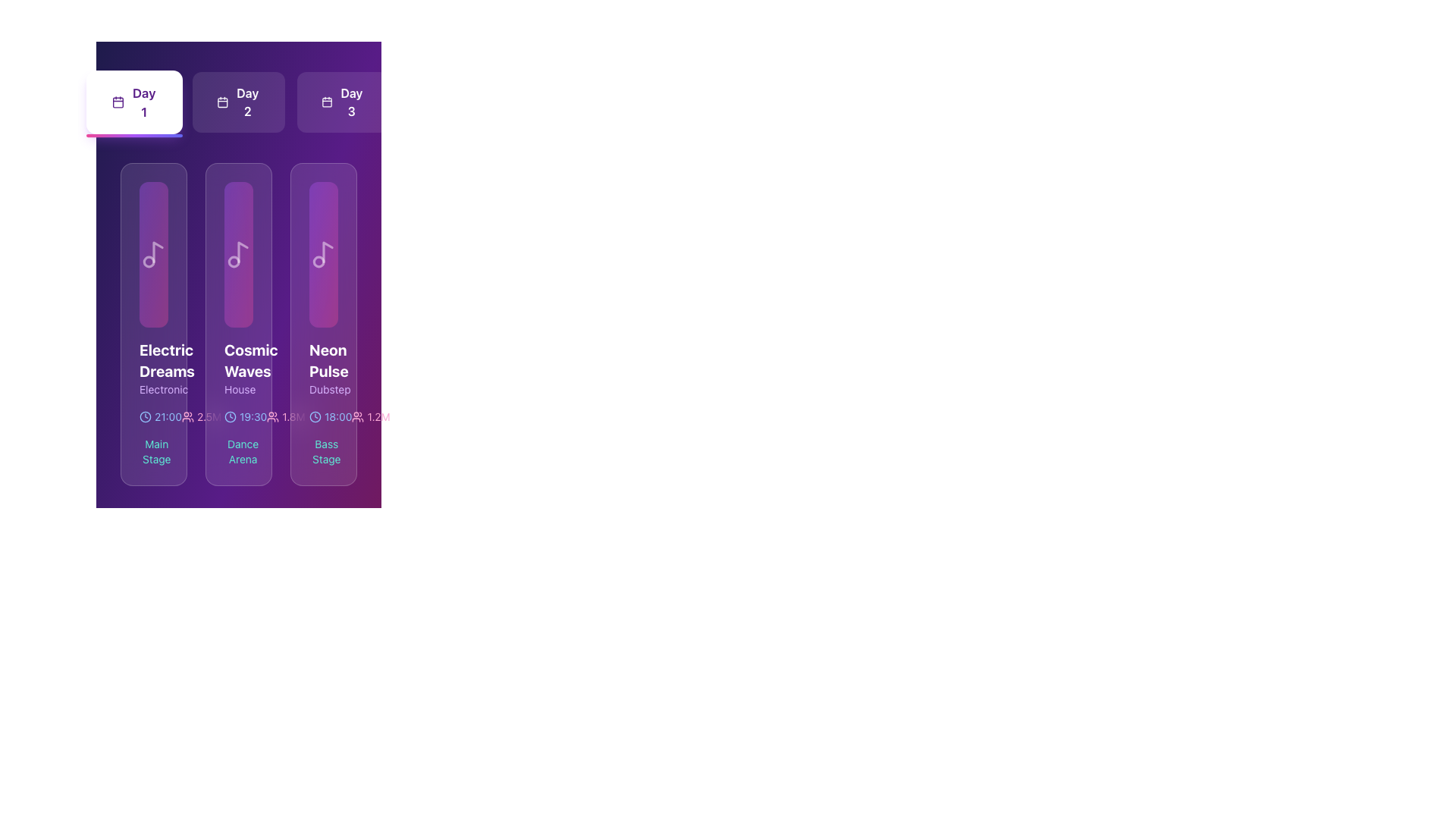 This screenshot has height=819, width=1456. Describe the element at coordinates (146, 417) in the screenshot. I see `the SVG circle icon that is part of the clock icon in the 'Day 1' section, located next to the time '21:00'` at that location.